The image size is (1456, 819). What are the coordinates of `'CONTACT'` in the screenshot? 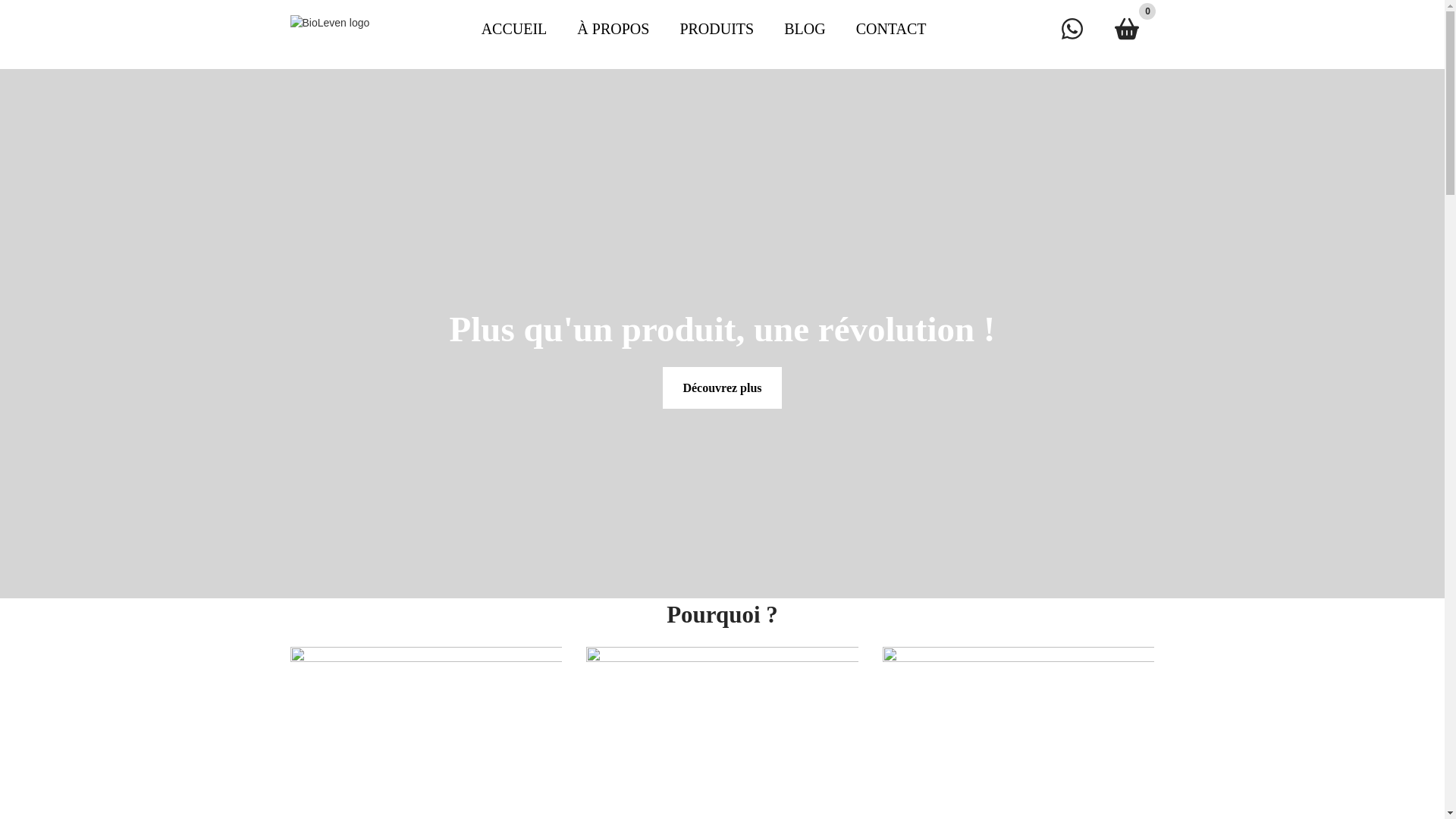 It's located at (891, 29).